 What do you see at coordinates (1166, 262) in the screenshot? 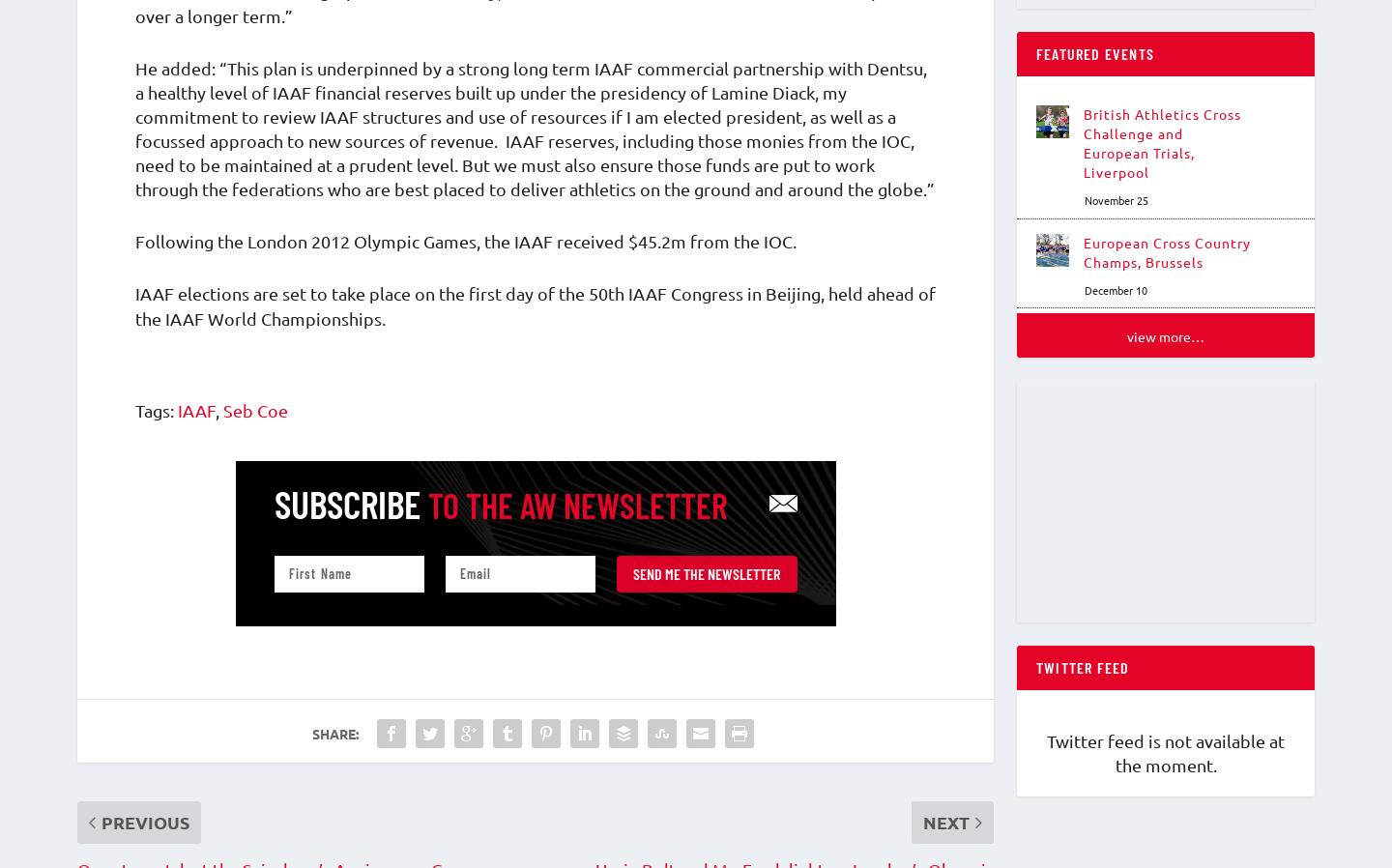
I see `'European Cross Country Champs, Brussels'` at bounding box center [1166, 262].